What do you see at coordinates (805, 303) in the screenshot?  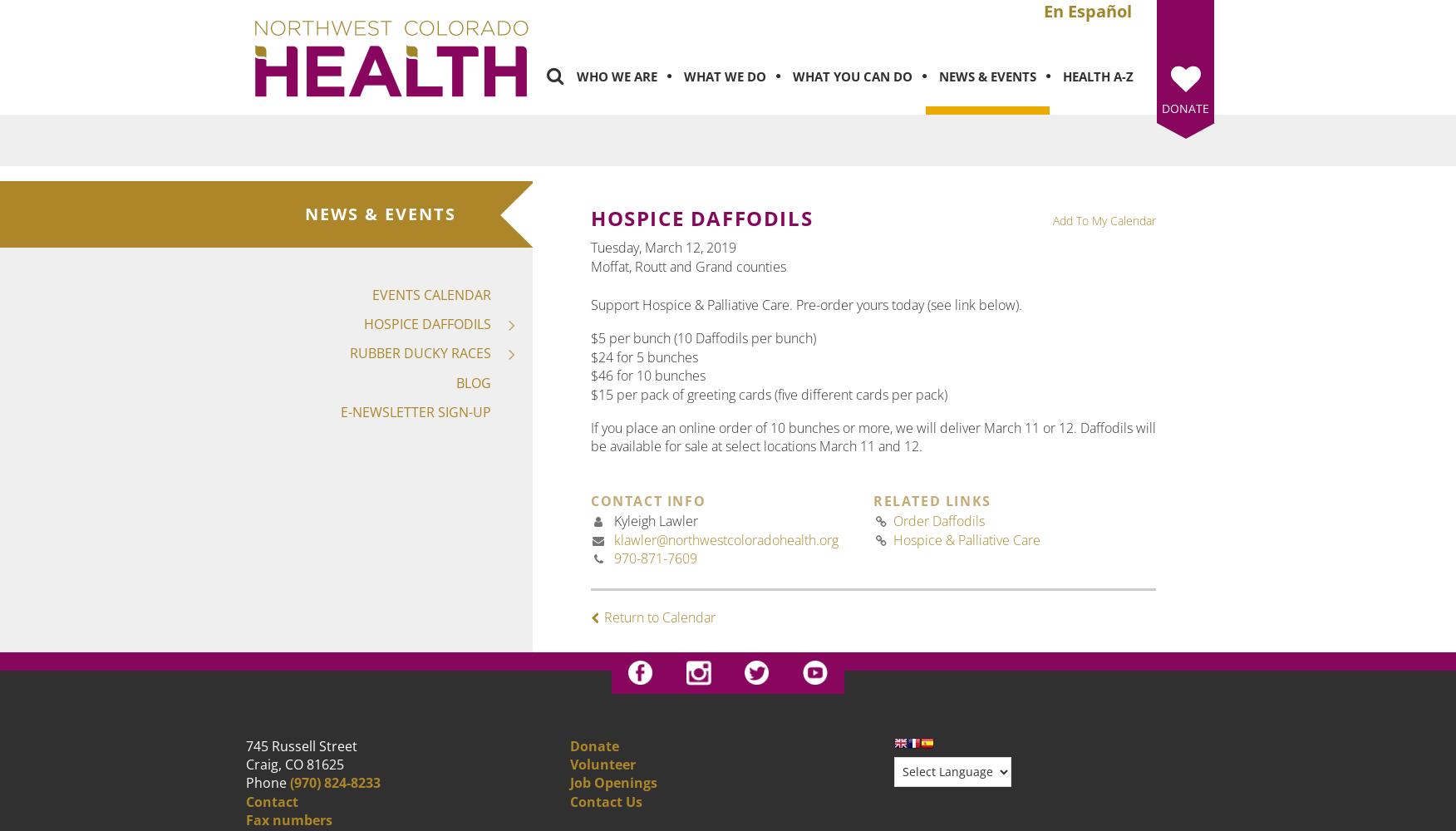 I see `'Support Hospice & Palliative Care. Pre-order yours today (see link below).'` at bounding box center [805, 303].